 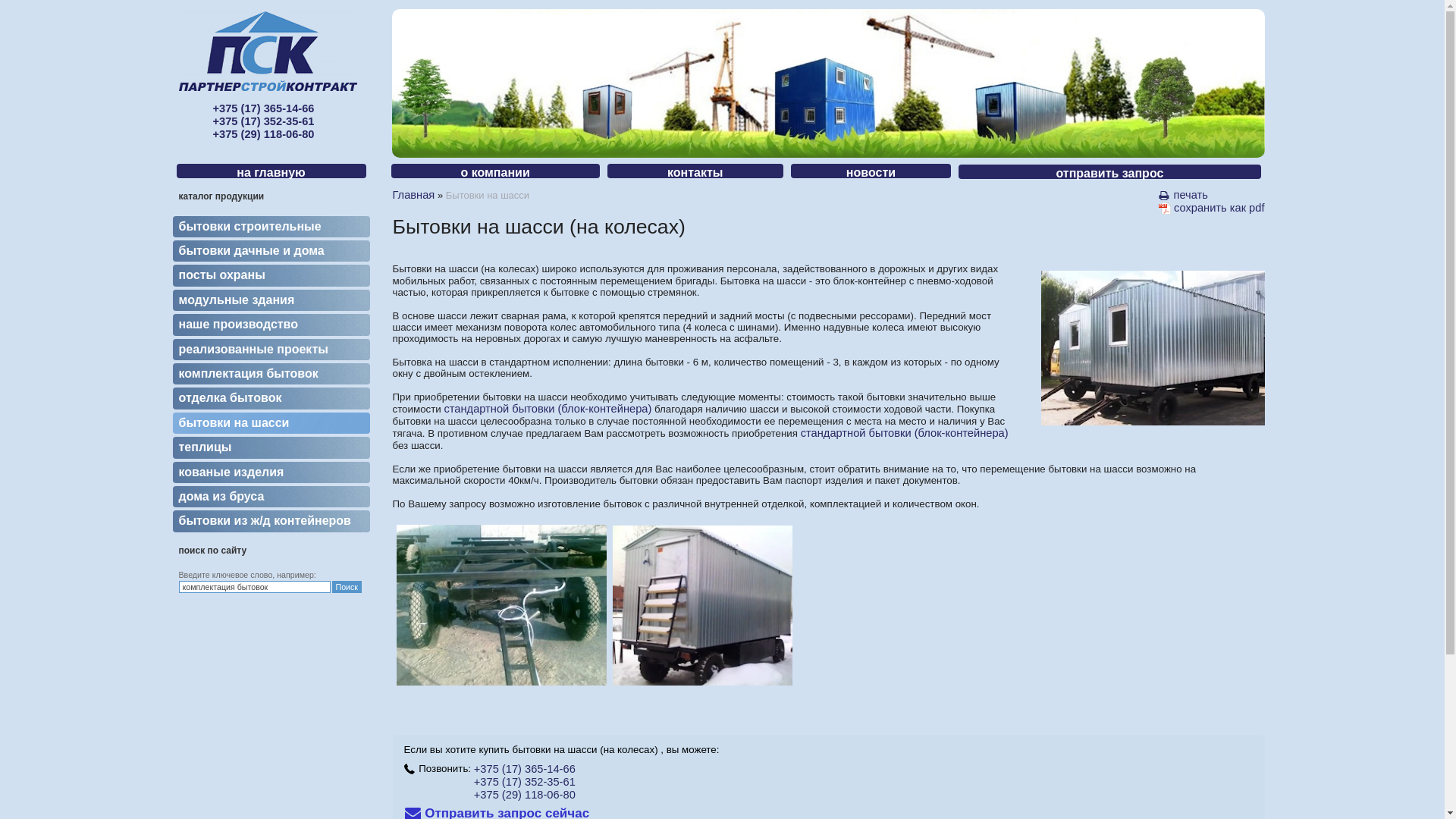 I want to click on '+375 (29) 118-06-80', so click(x=524, y=794).